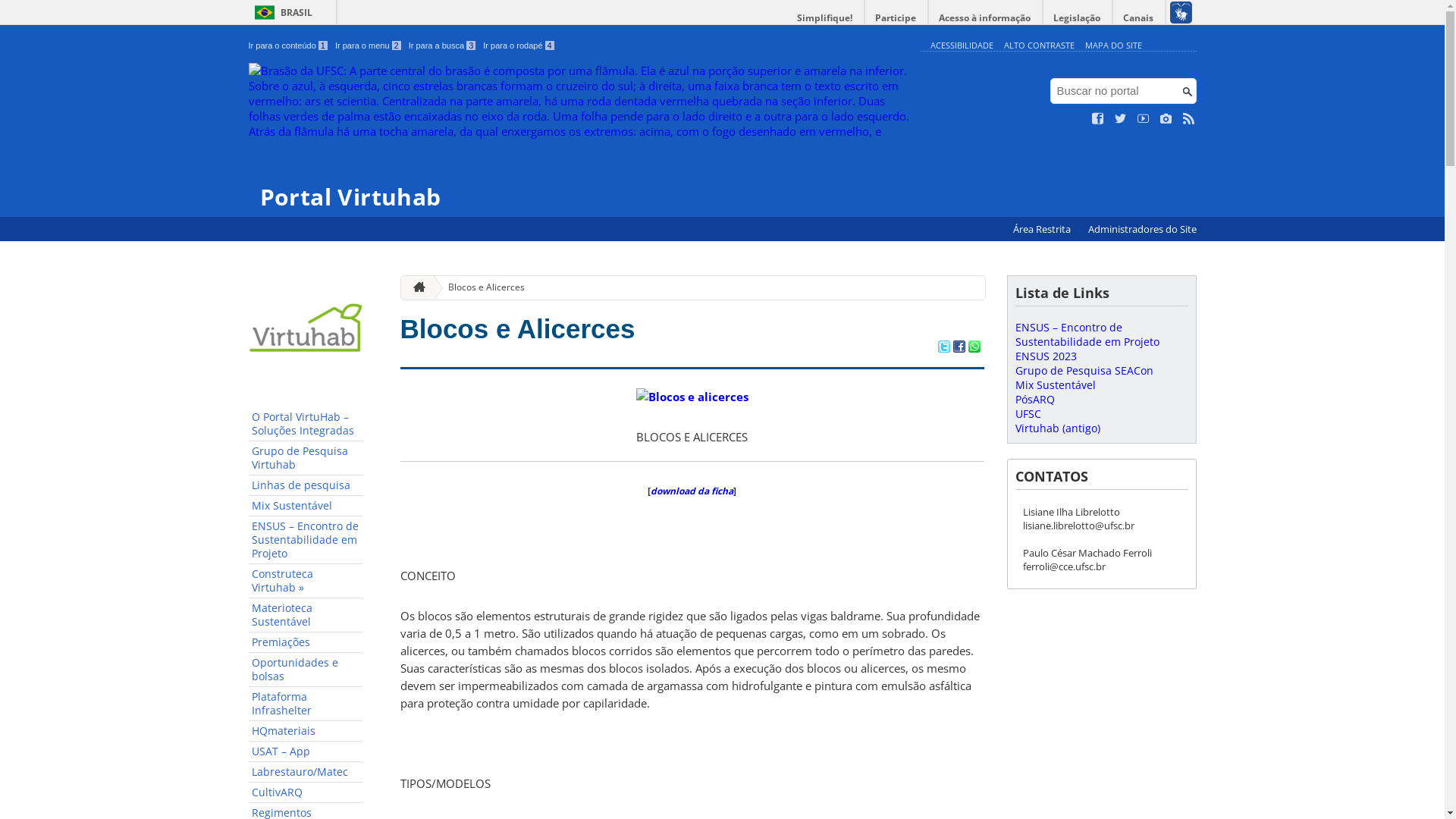  Describe the element at coordinates (1056, 428) in the screenshot. I see `'Virtuhab (antigo)'` at that location.